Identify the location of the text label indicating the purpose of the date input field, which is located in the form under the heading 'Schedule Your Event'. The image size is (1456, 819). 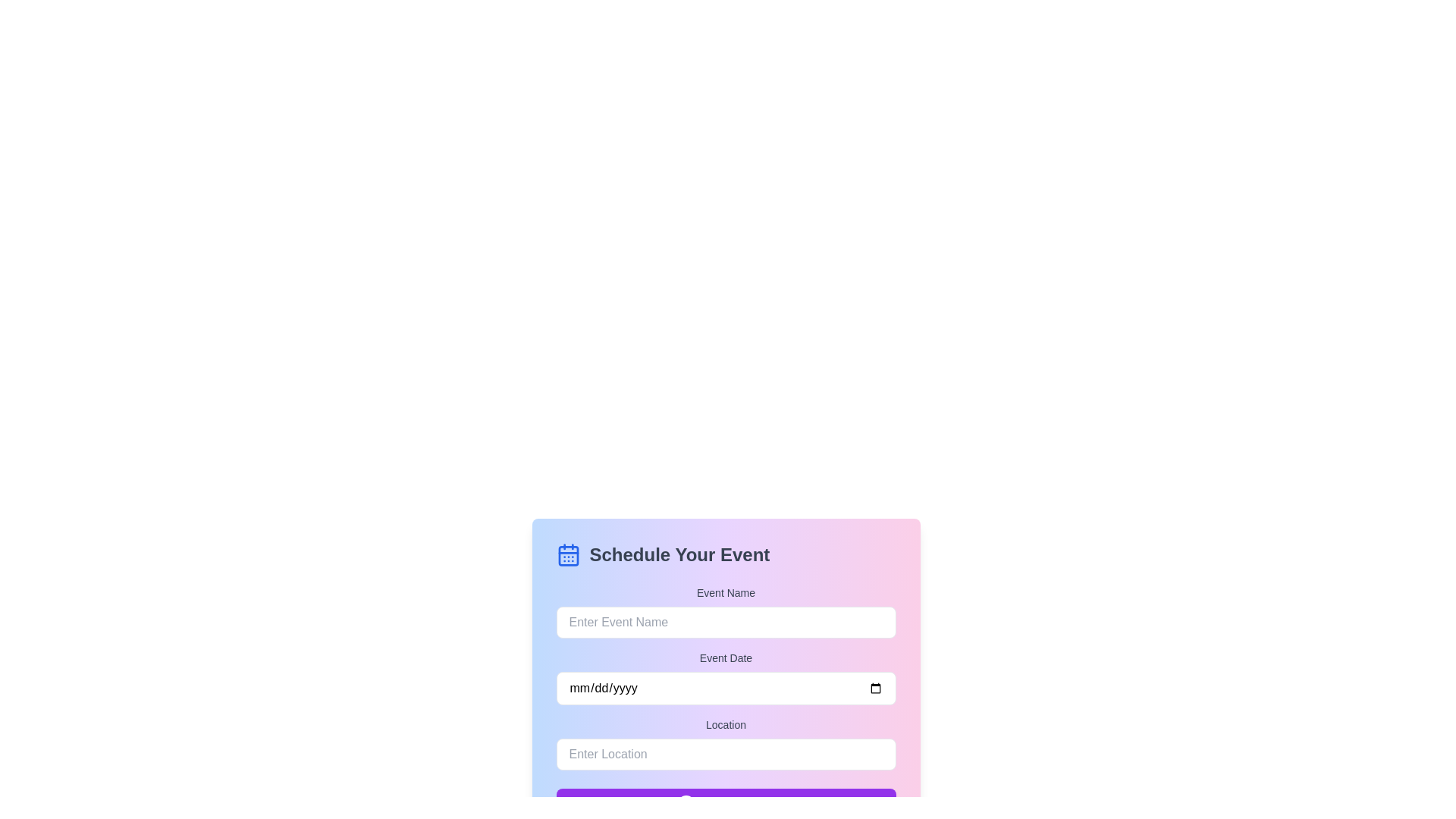
(725, 657).